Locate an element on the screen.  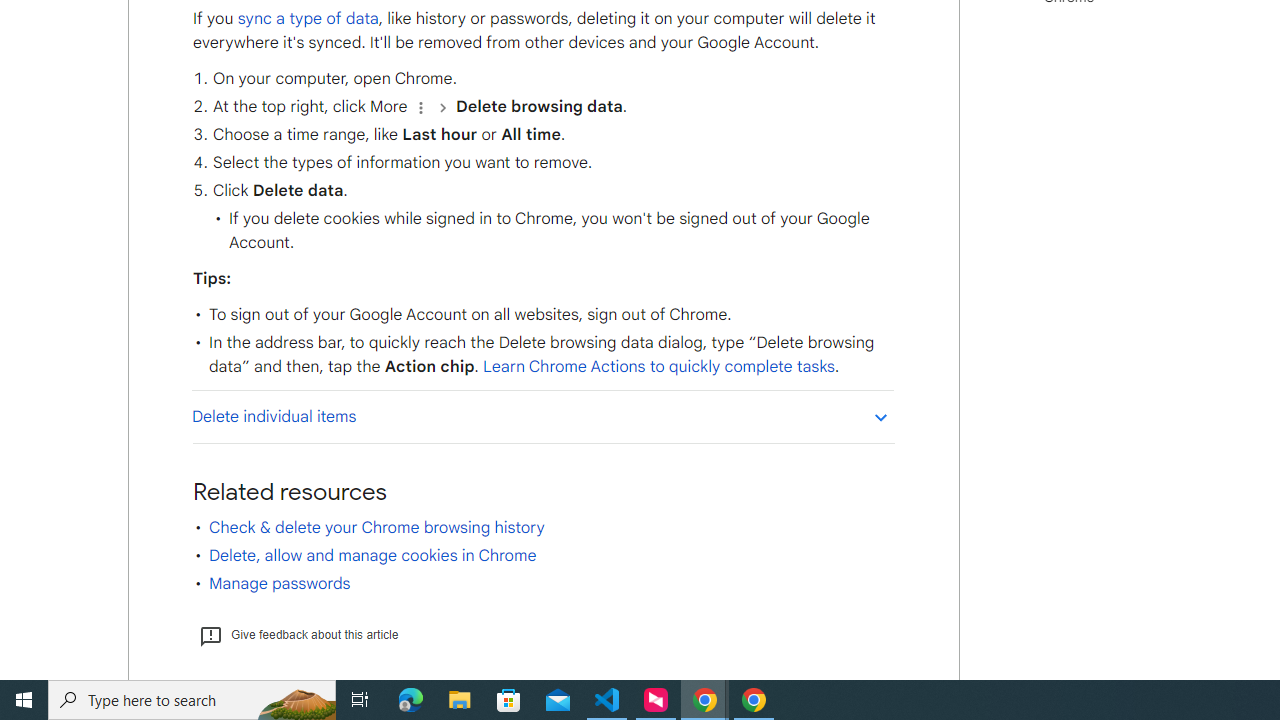
'Check & delete your Chrome browsing history' is located at coordinates (376, 526).